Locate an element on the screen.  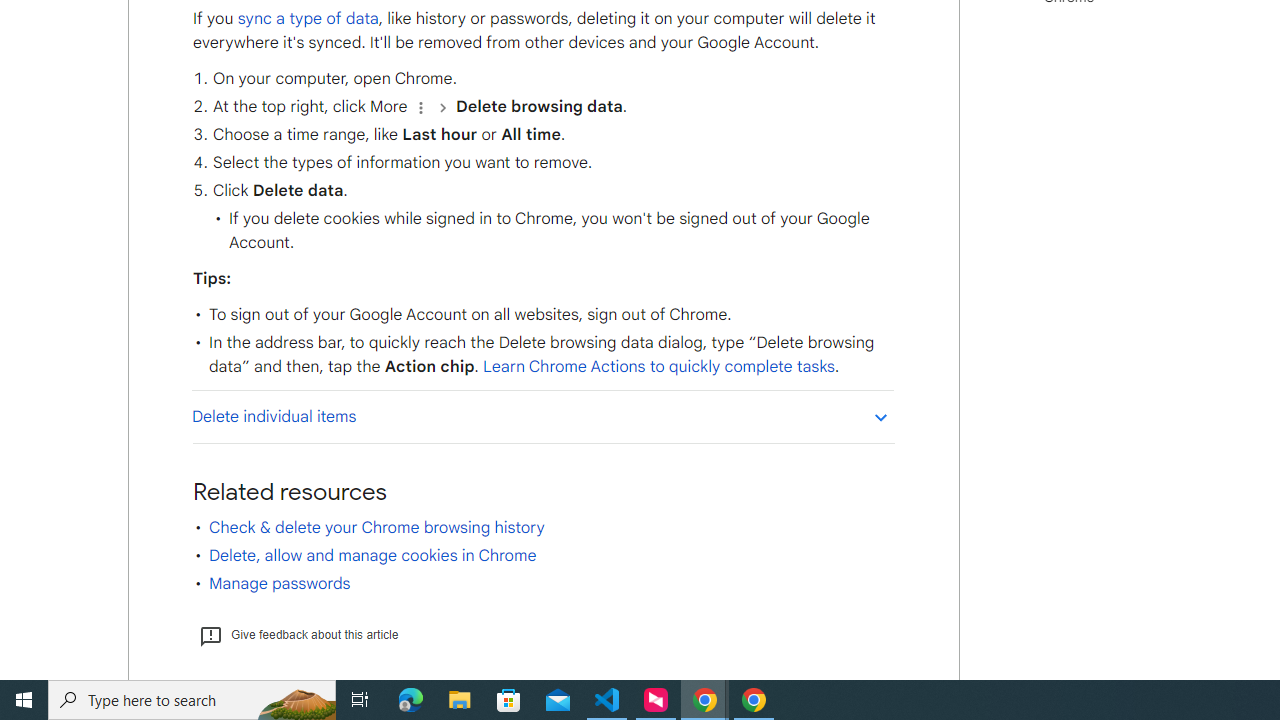
'Check & delete your Chrome browsing history' is located at coordinates (376, 526).